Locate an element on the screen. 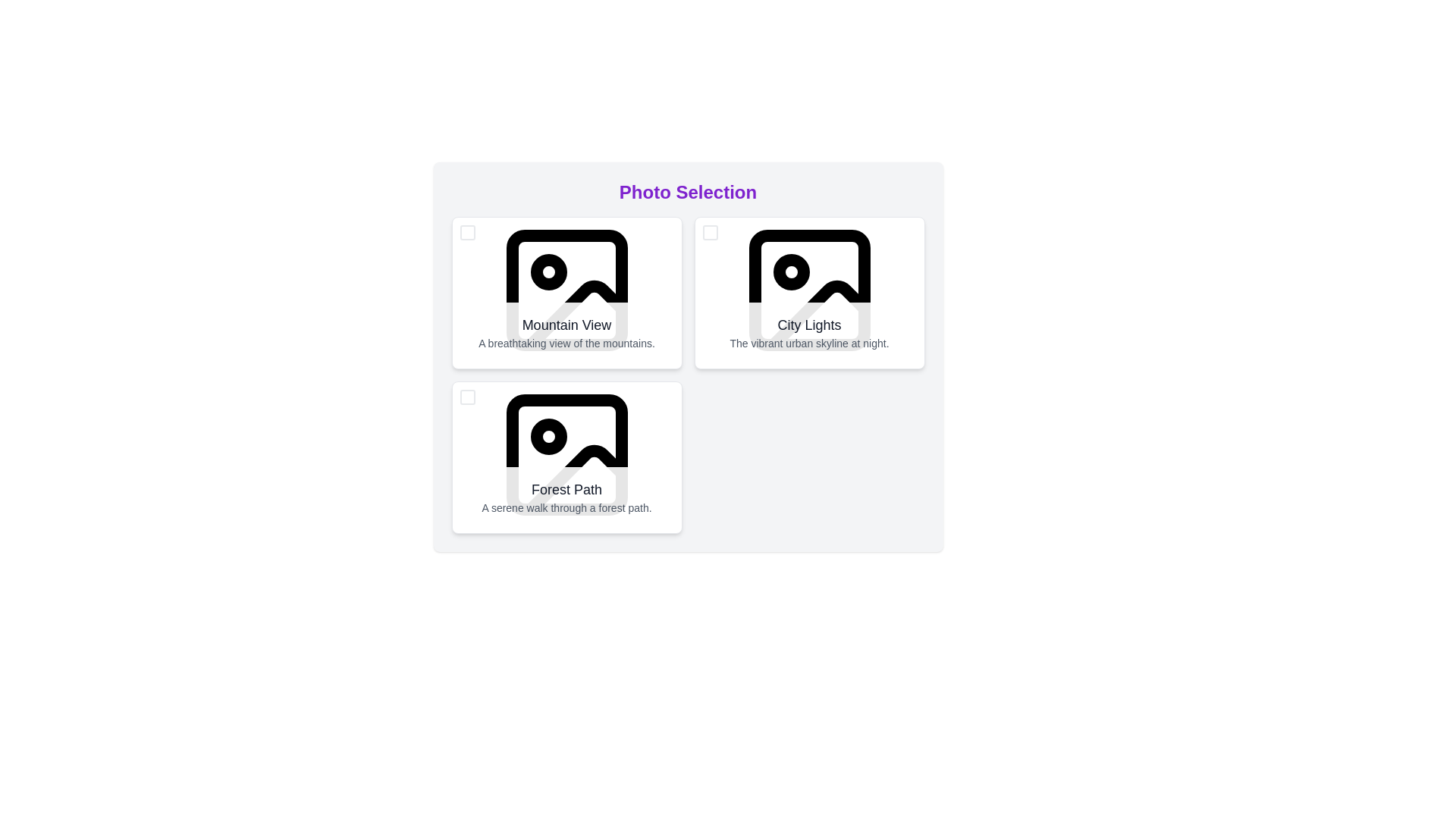 This screenshot has height=819, width=1456. the small square with rounded corners, styled with a light gray color and opacity, located in the top-left corner of the card labeled 'Mountain View' is located at coordinates (466, 233).